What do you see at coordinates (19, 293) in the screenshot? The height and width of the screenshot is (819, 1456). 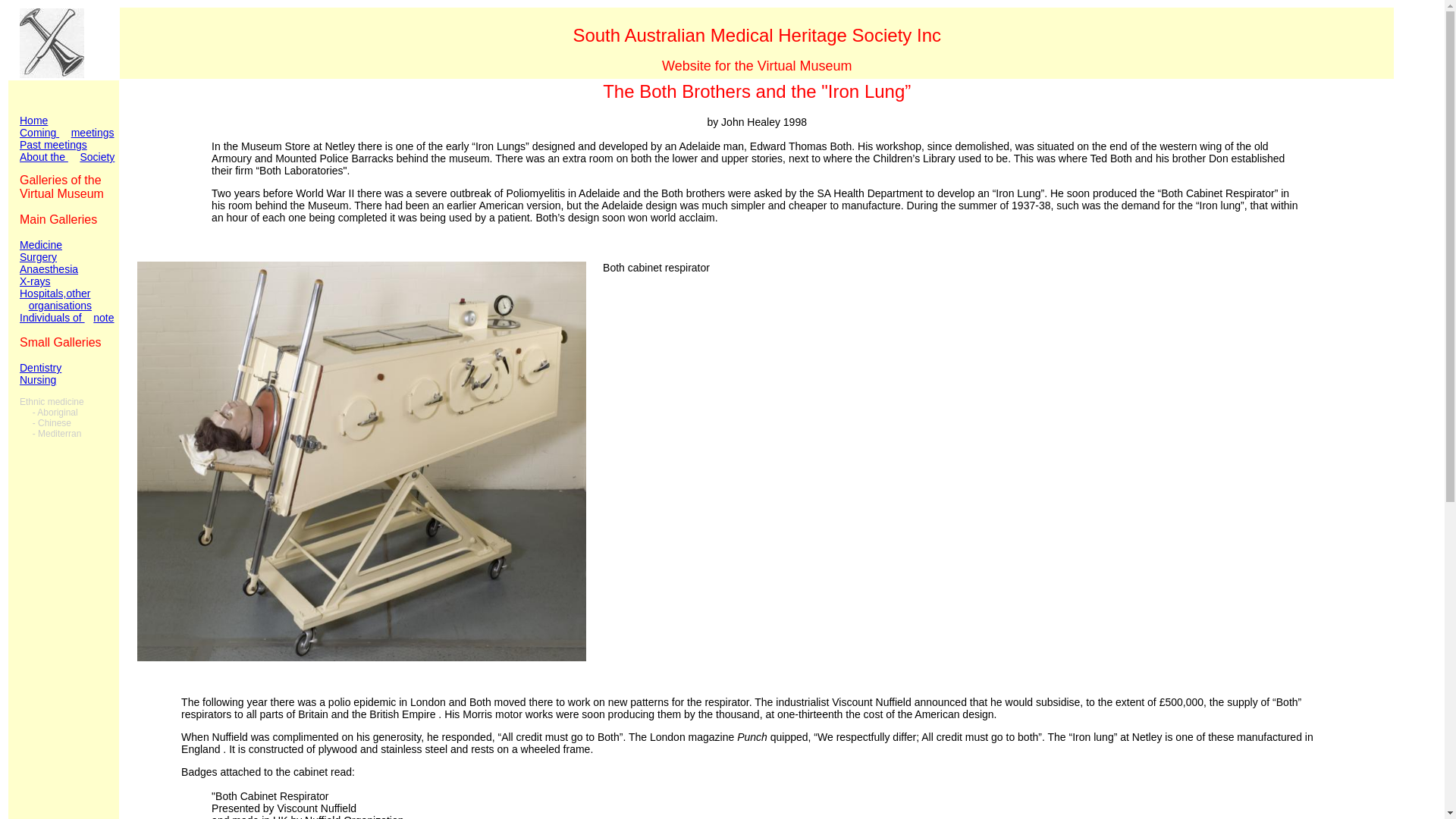 I see `'Hospitals,other'` at bounding box center [19, 293].